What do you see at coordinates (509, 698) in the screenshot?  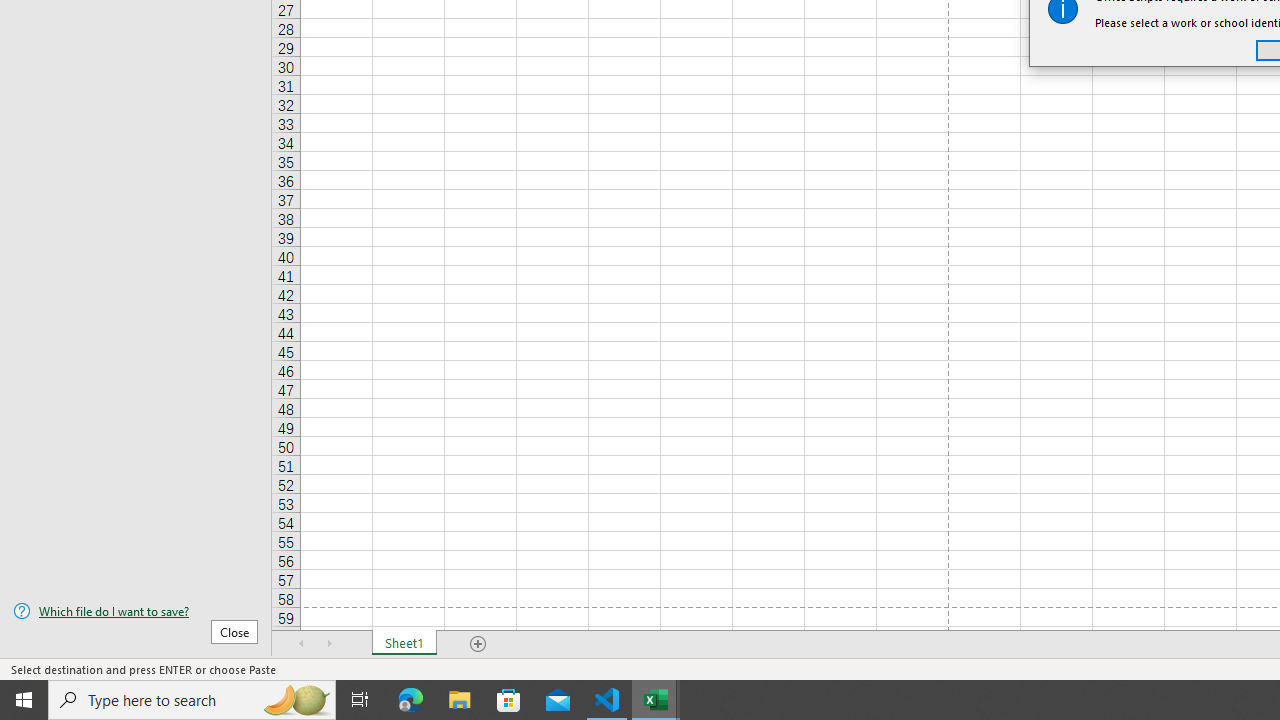 I see `'Microsoft Store'` at bounding box center [509, 698].